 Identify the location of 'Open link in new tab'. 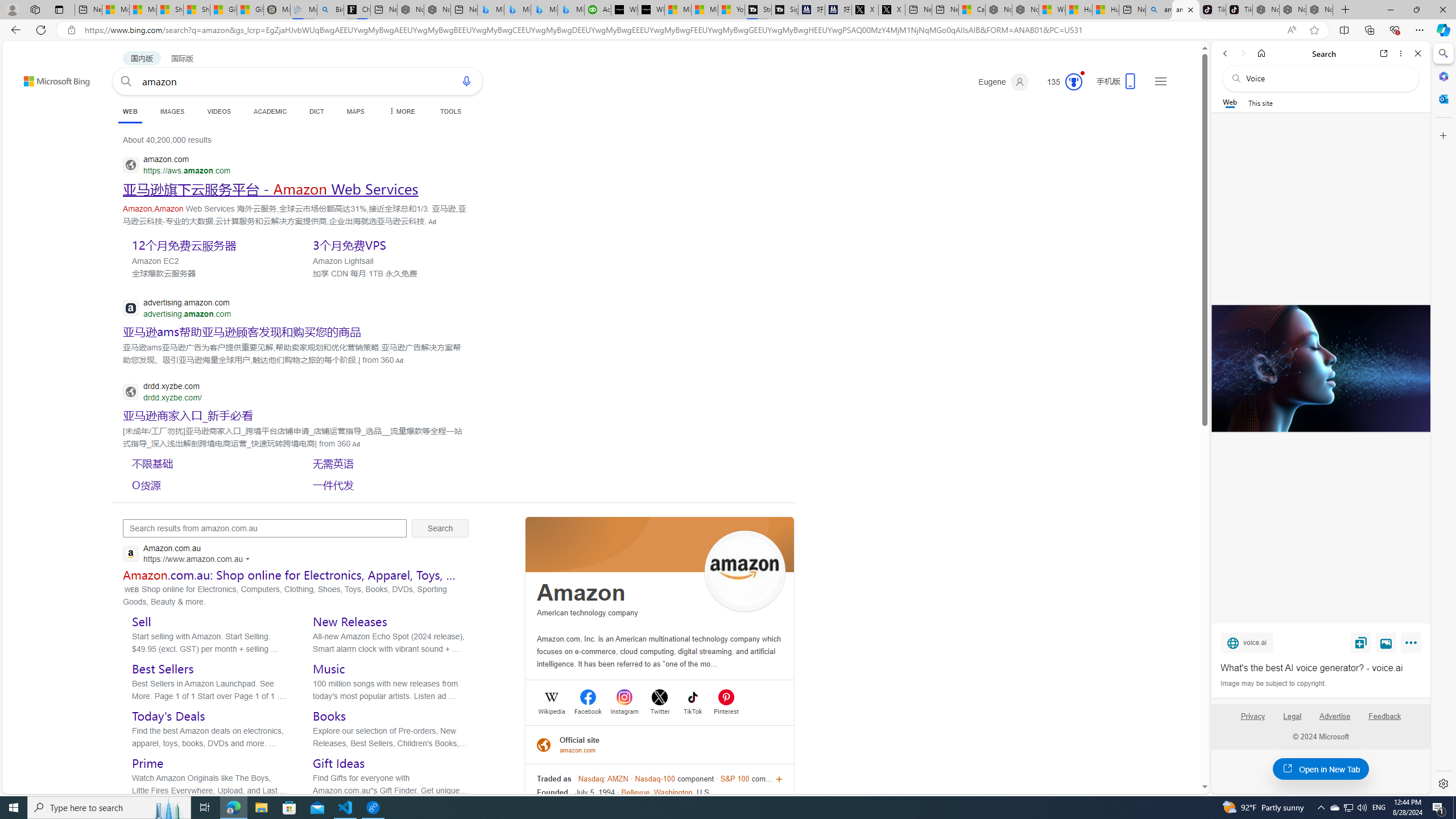
(1384, 53).